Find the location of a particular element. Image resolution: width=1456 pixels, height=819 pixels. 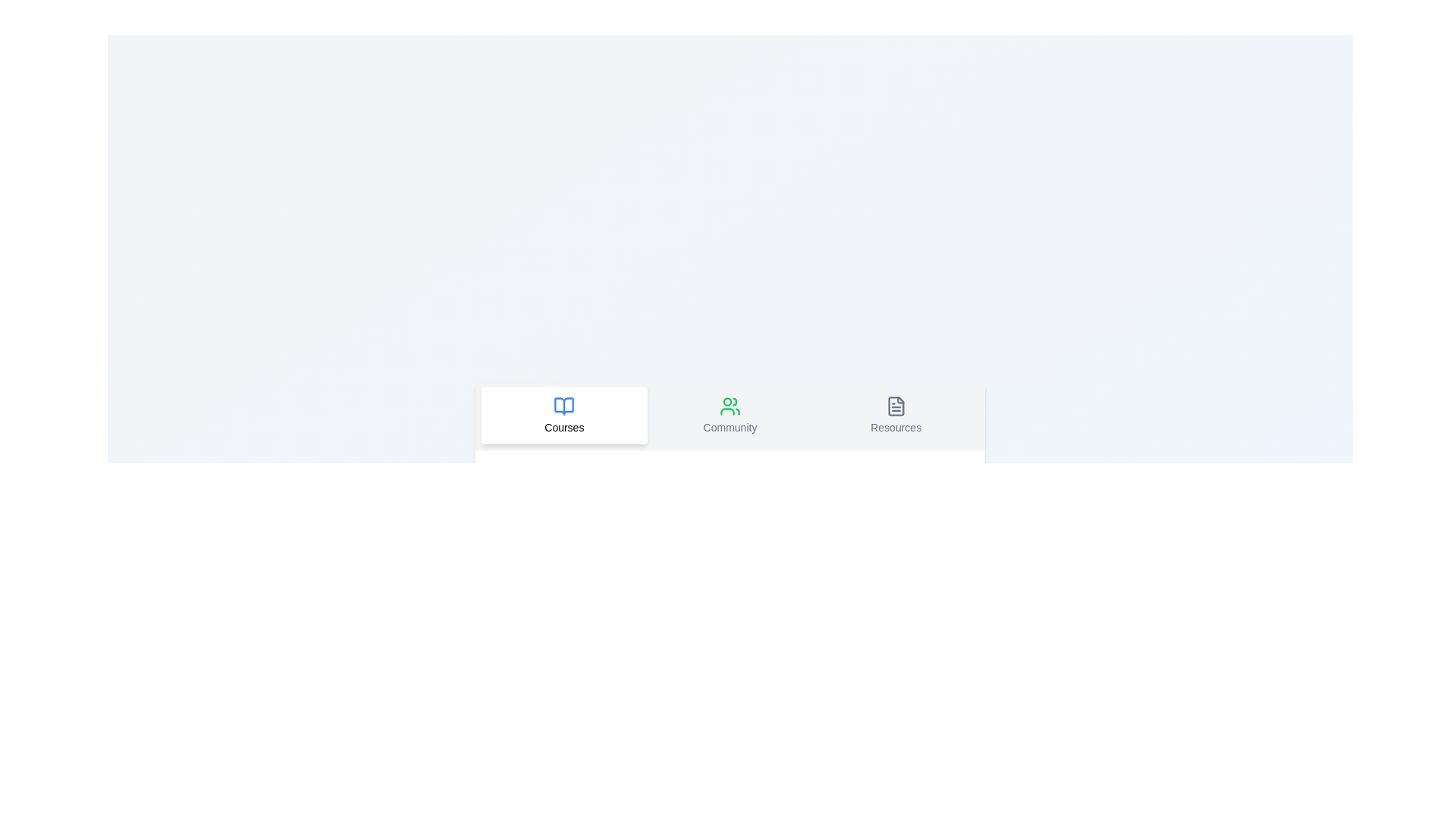

the tab Community to observe its visual change is located at coordinates (730, 415).